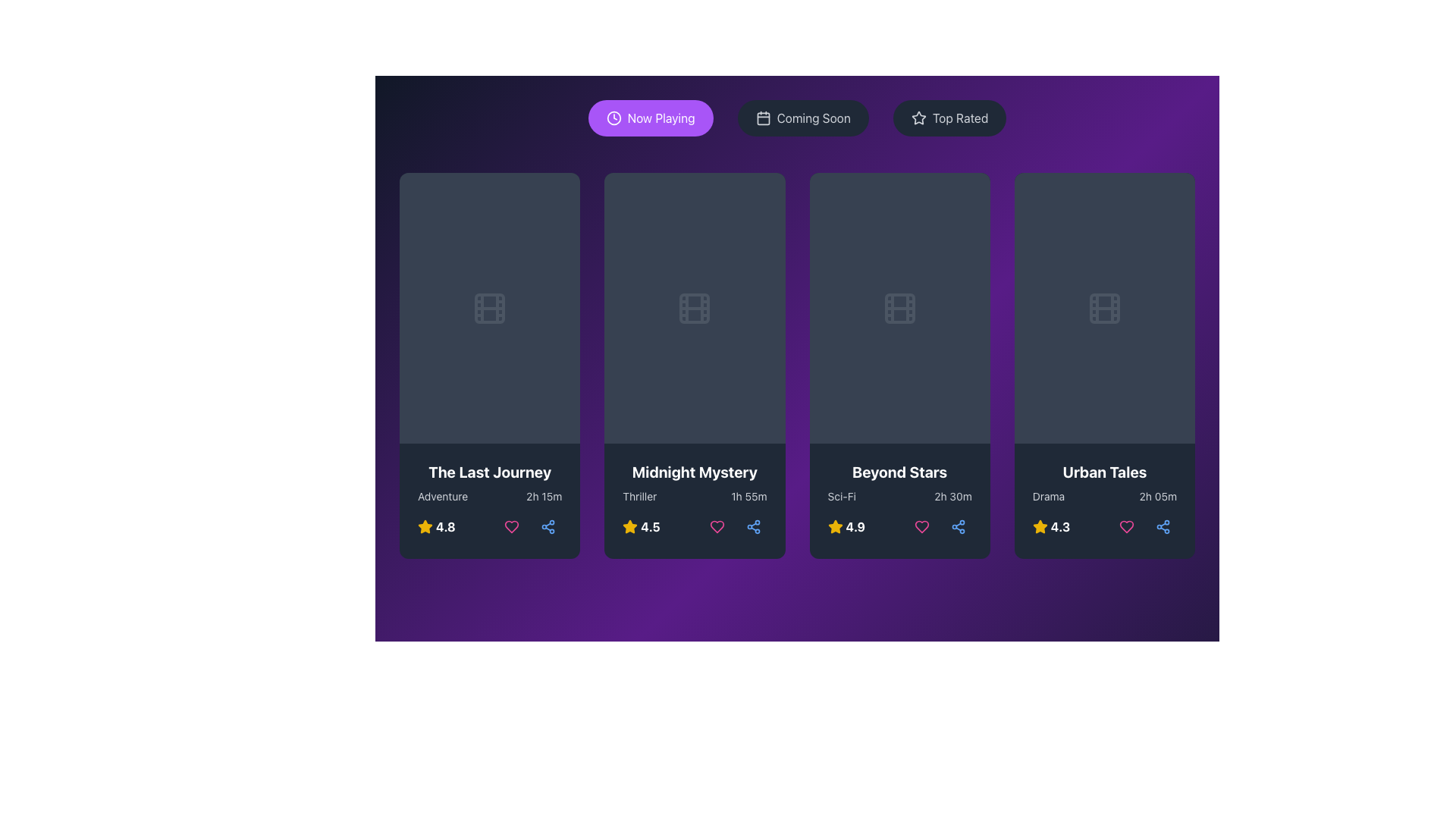  I want to click on the circular graphical decorative element within the 'Now Playing' button located at the top left of the interface, so click(613, 117).